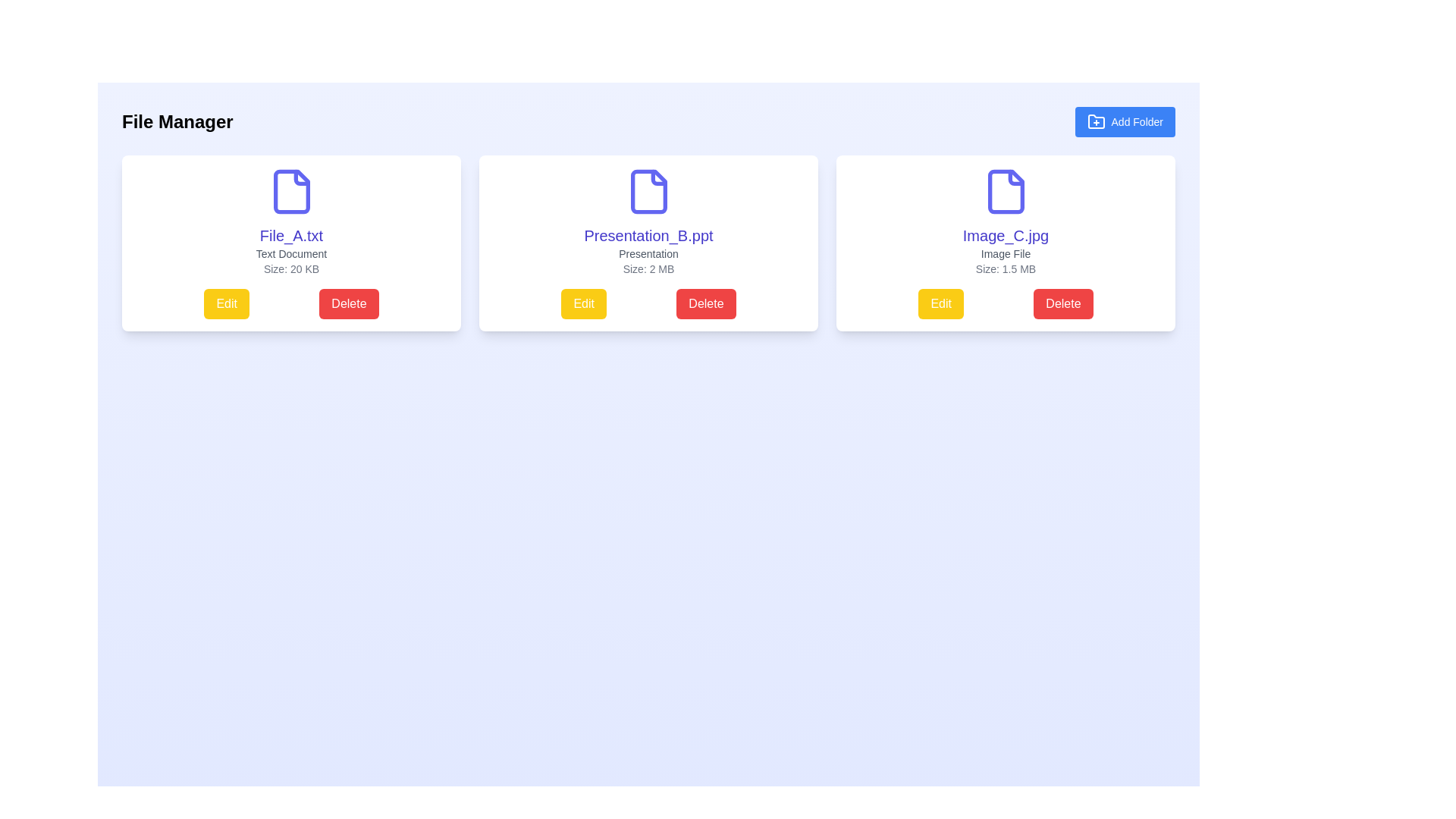 This screenshot has height=819, width=1456. What do you see at coordinates (583, 304) in the screenshot?
I see `the bright yellow 'Edit' button with white text, located in the middle card below the file details` at bounding box center [583, 304].